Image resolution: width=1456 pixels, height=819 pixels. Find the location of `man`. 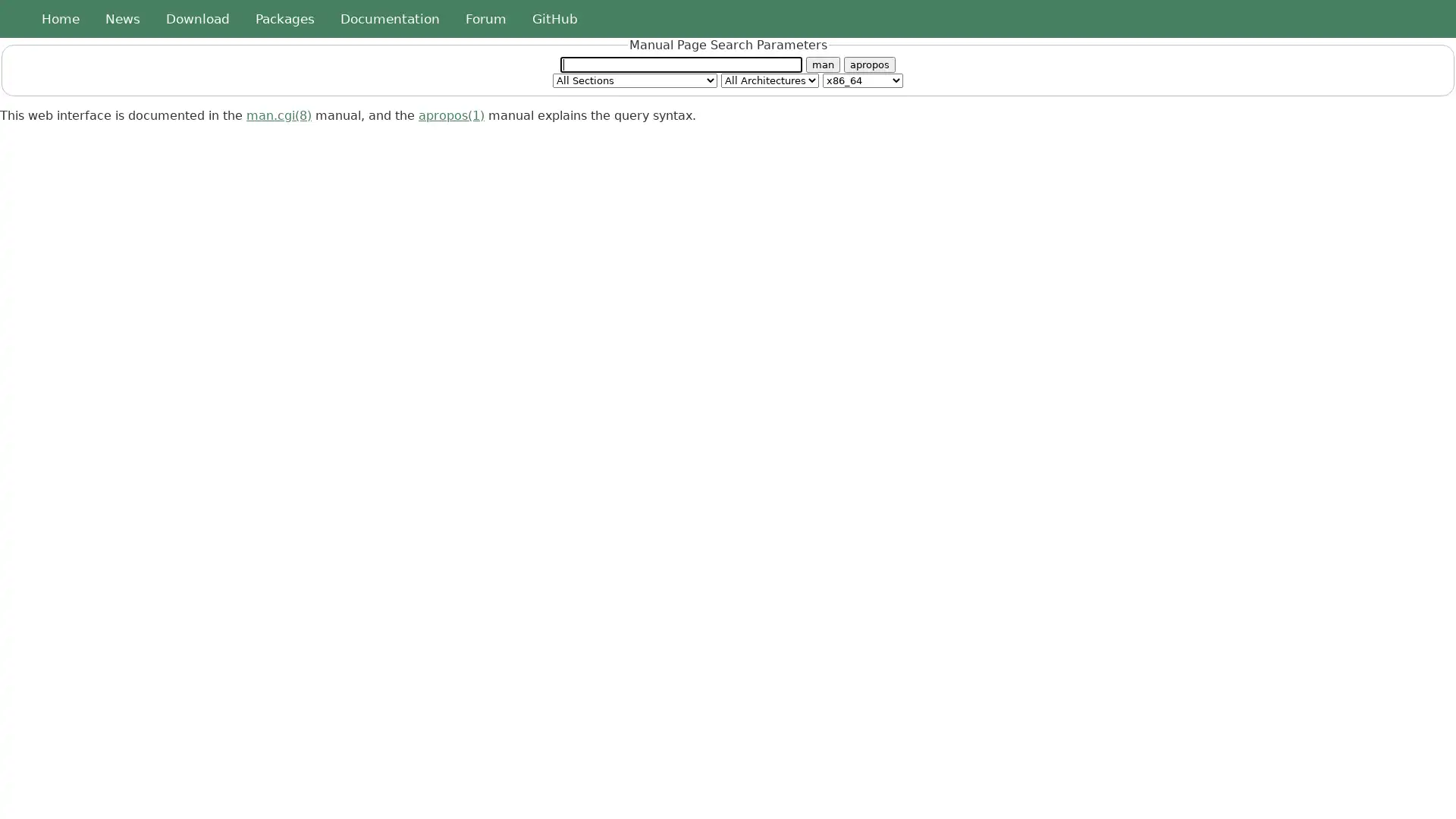

man is located at coordinates (822, 63).